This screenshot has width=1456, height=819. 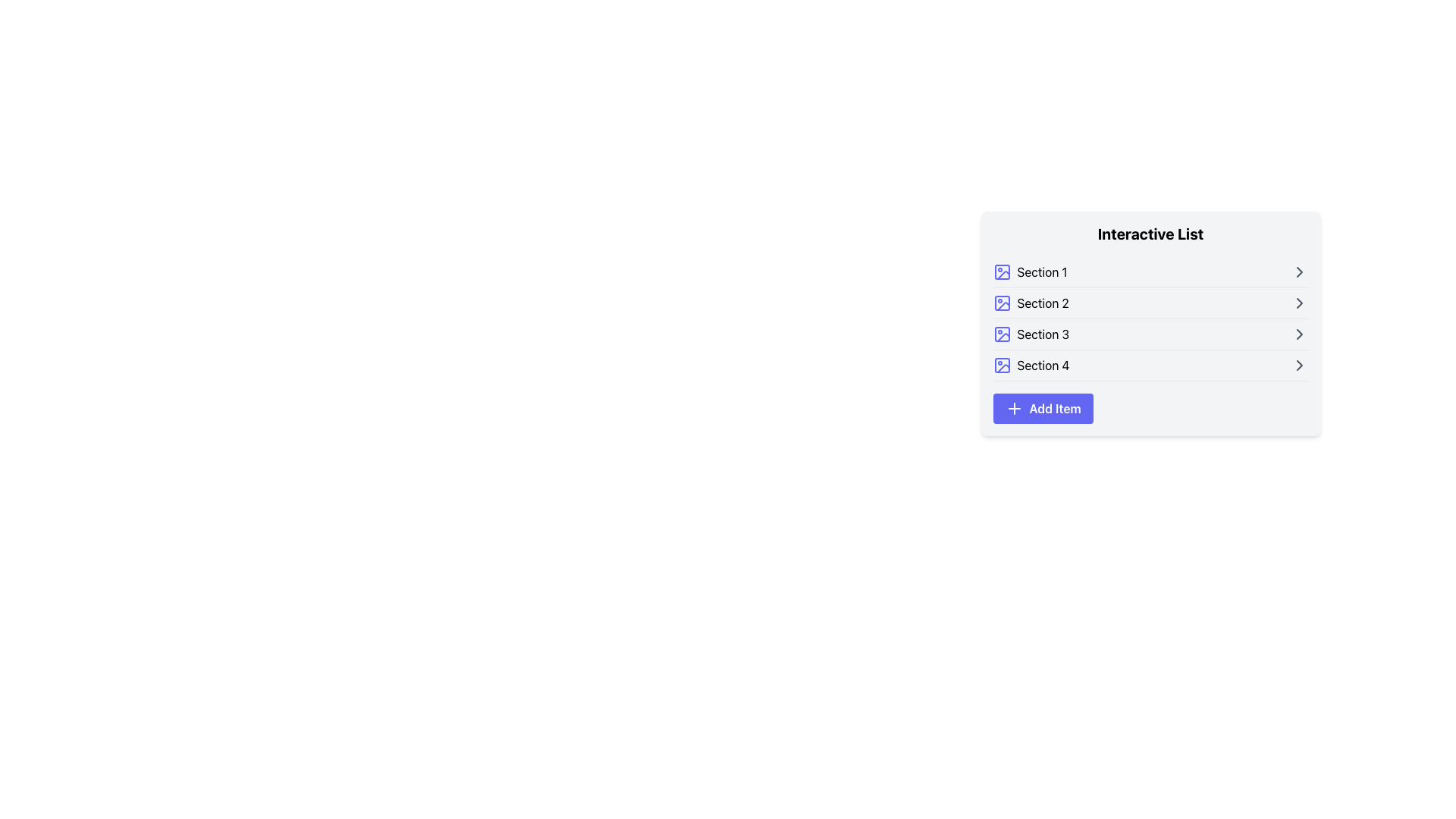 I want to click on the text label that identifies the third entry in the 'Interactive List', positioned between 'Section 2' and 'Section 4', so click(x=1042, y=333).